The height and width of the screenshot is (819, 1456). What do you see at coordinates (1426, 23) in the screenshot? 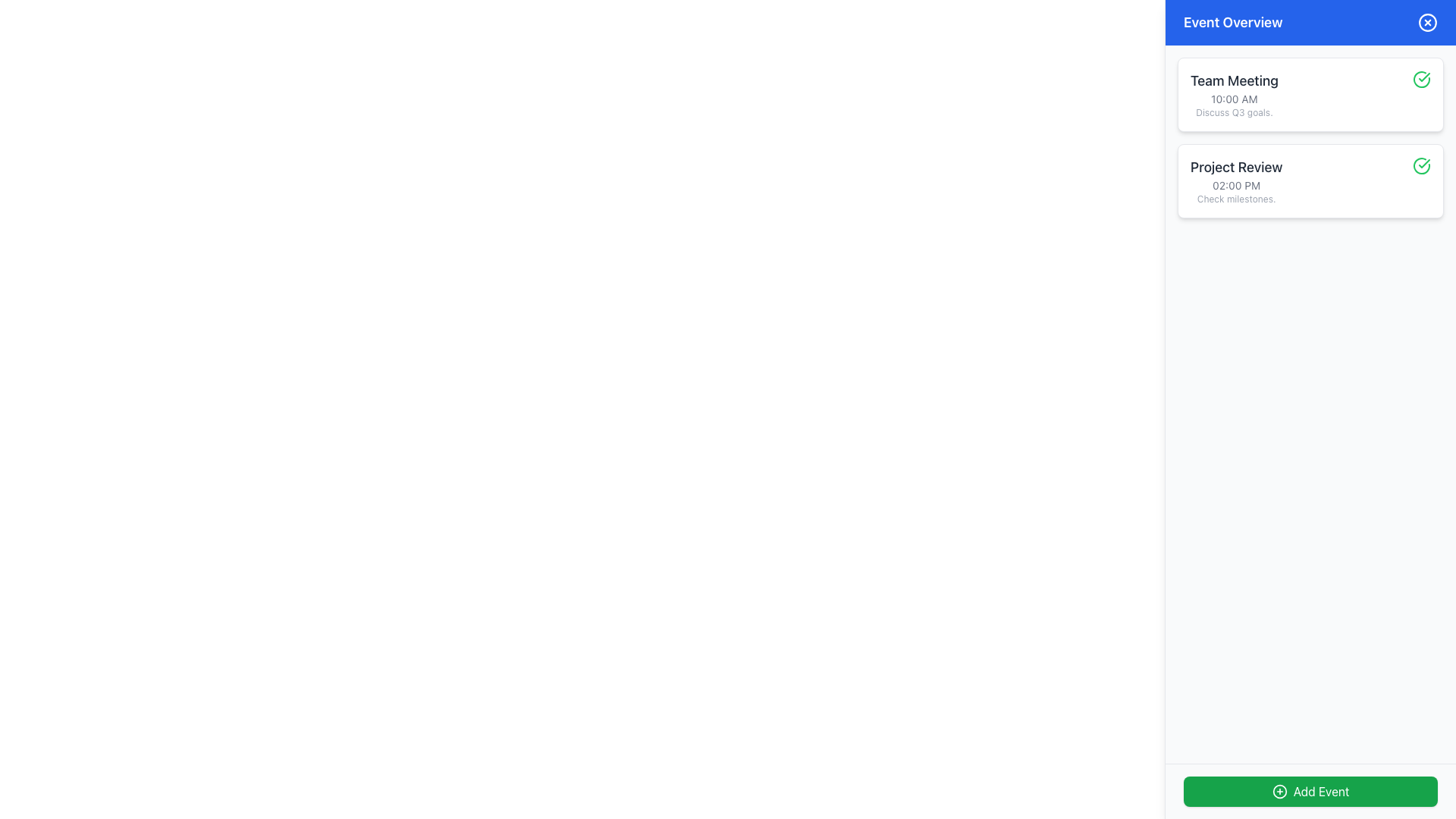
I see `the circular icon with a blue background and an 'X' symbol in the top-right corner of the 'Event Overview' section` at bounding box center [1426, 23].